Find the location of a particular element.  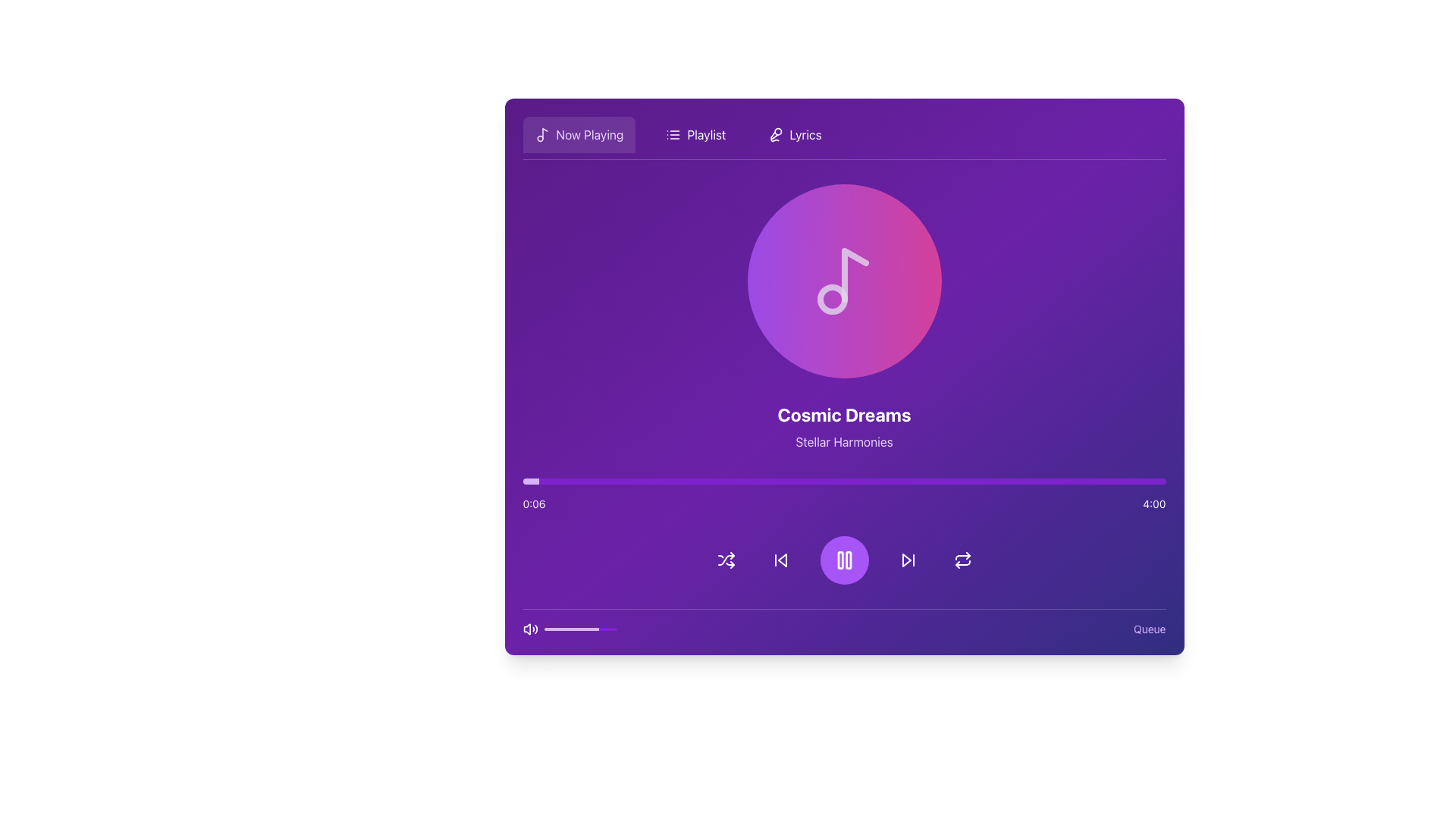

playback progress is located at coordinates (522, 482).